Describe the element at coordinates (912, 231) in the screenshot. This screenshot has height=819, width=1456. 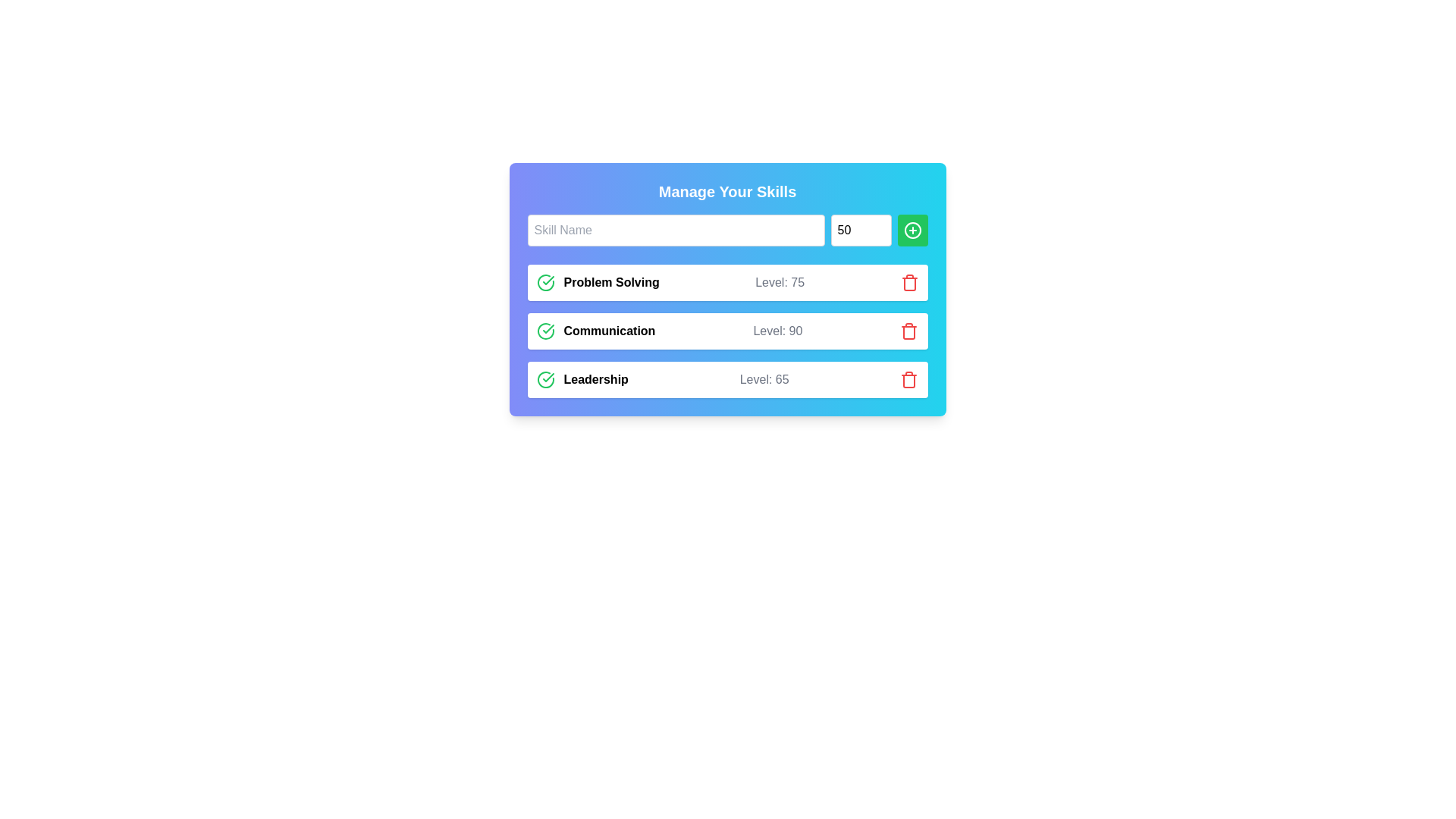
I see `the icon located to the right of the 'Skill Name' input field` at that location.